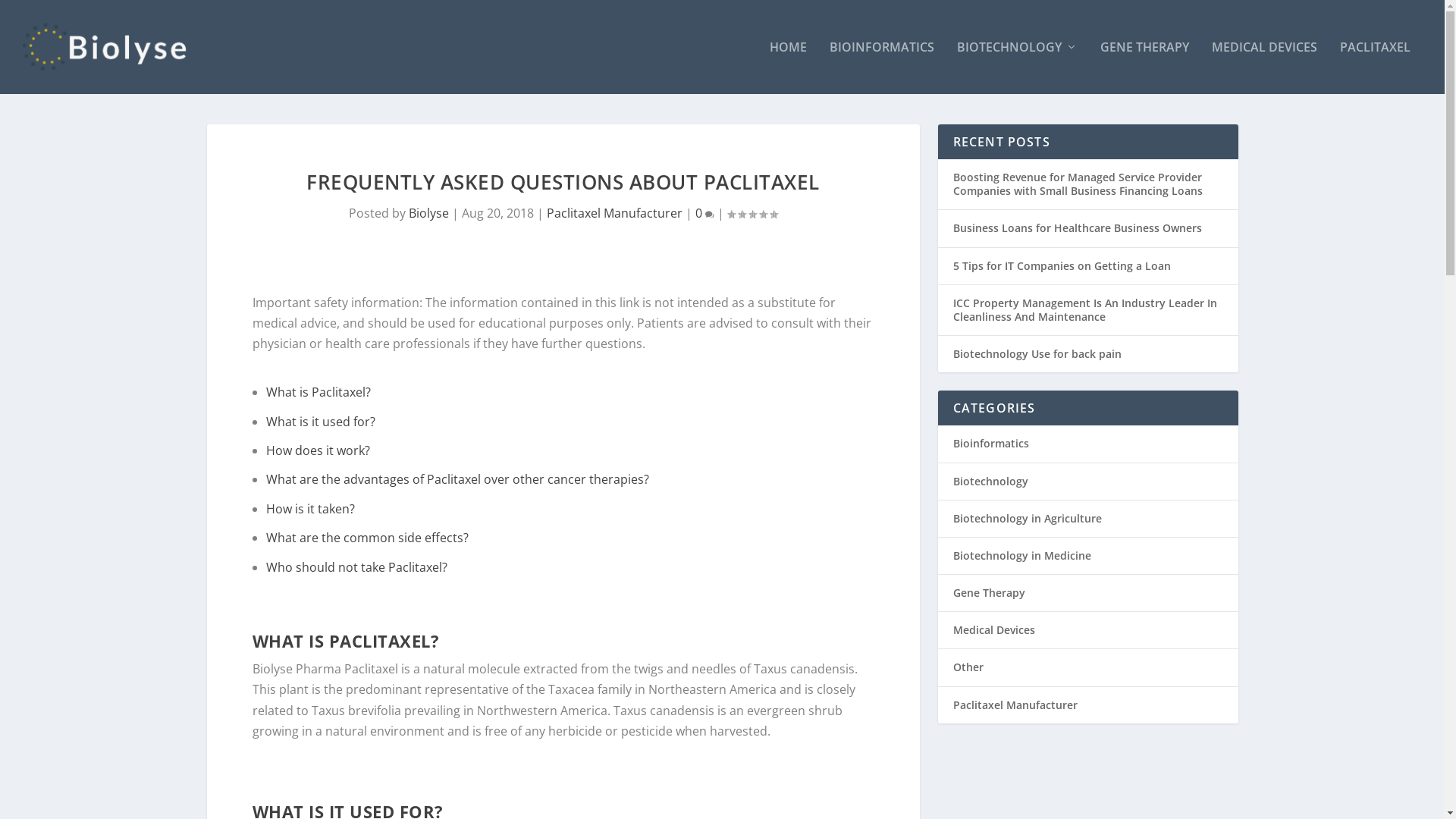  Describe the element at coordinates (726, 213) in the screenshot. I see `'Rating: 0.00'` at that location.